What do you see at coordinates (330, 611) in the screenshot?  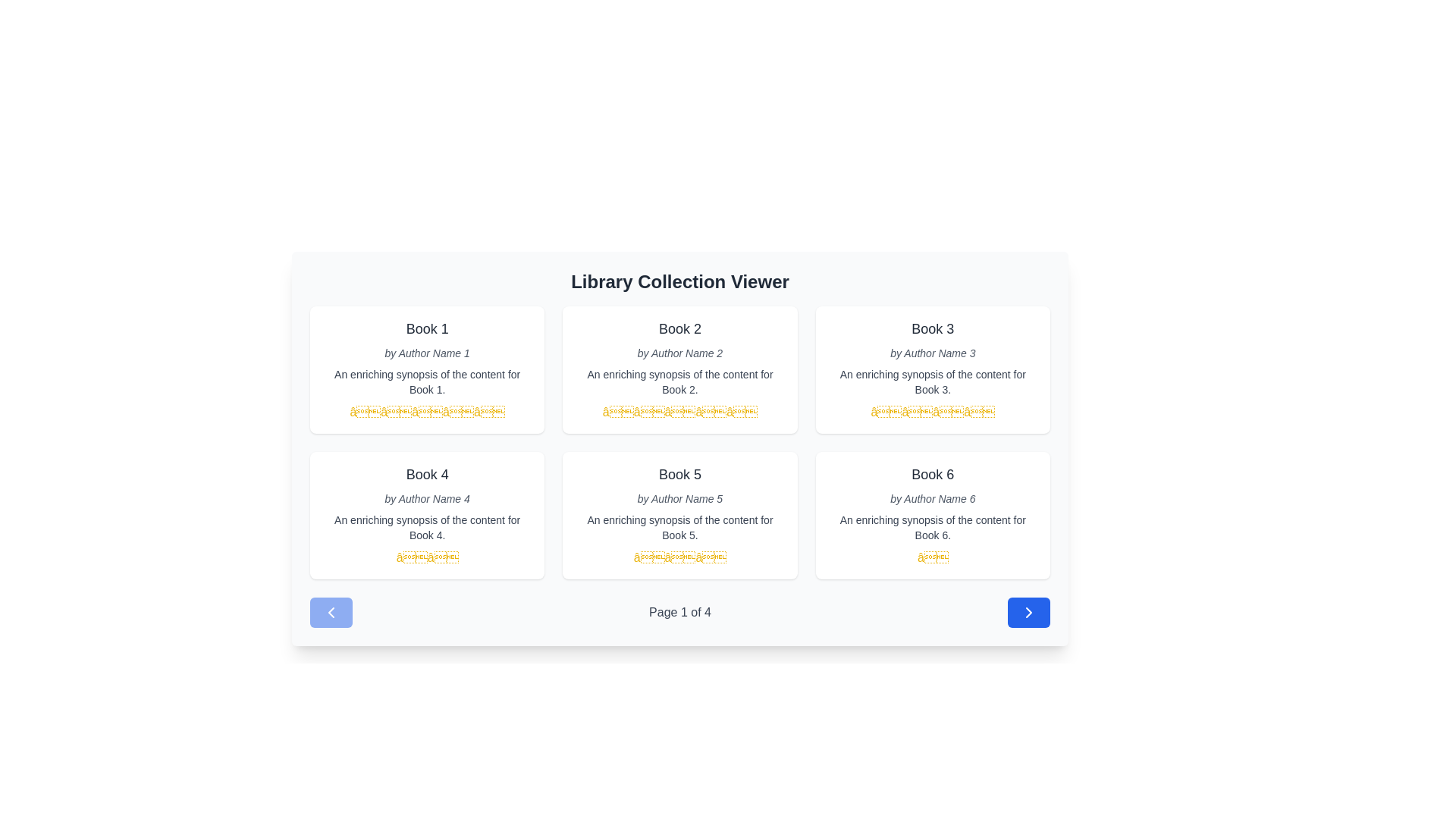 I see `the leftmost chevron-shaped icon in the bottom navigation interface` at bounding box center [330, 611].